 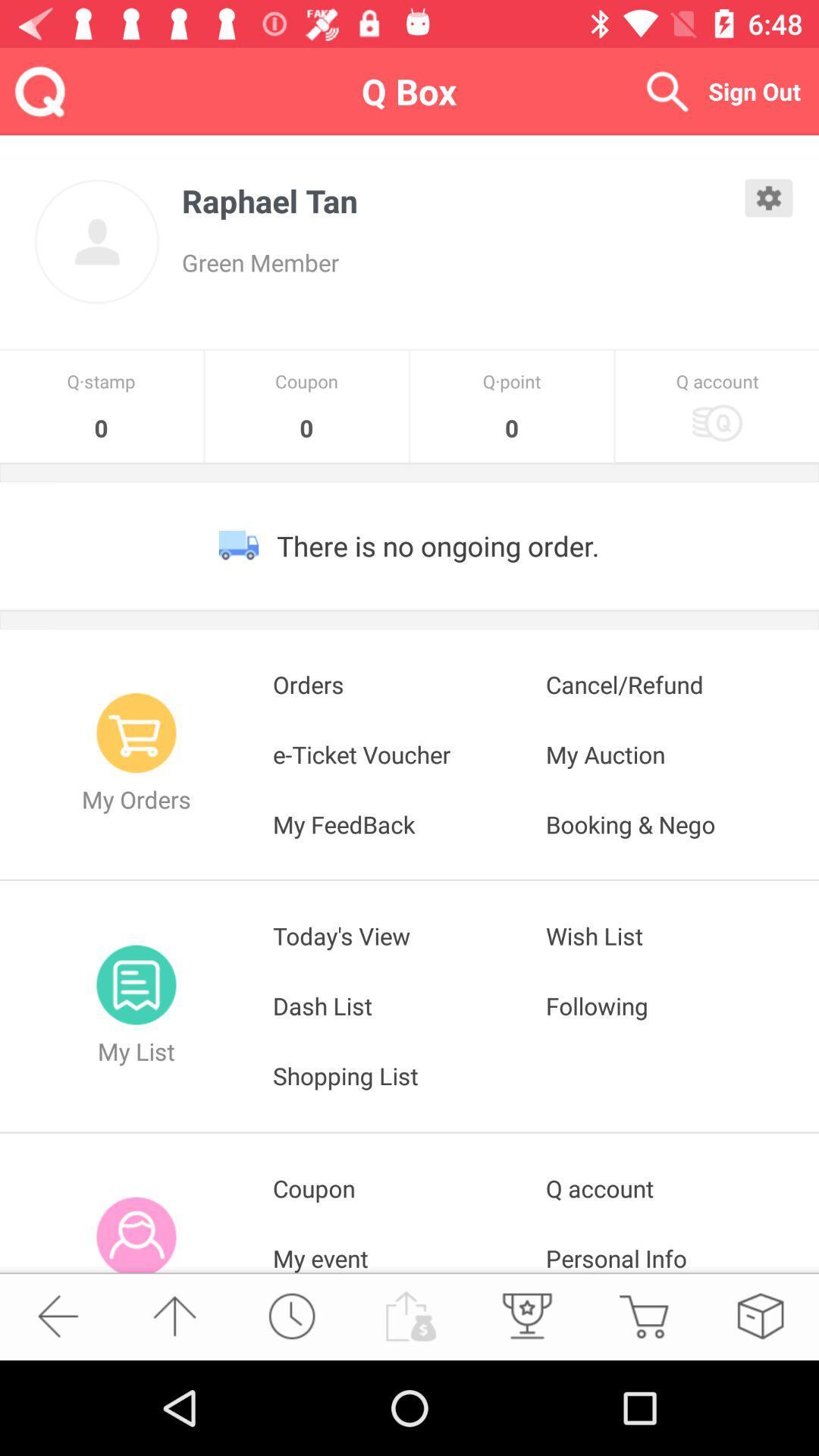 I want to click on awards button, so click(x=525, y=1315).